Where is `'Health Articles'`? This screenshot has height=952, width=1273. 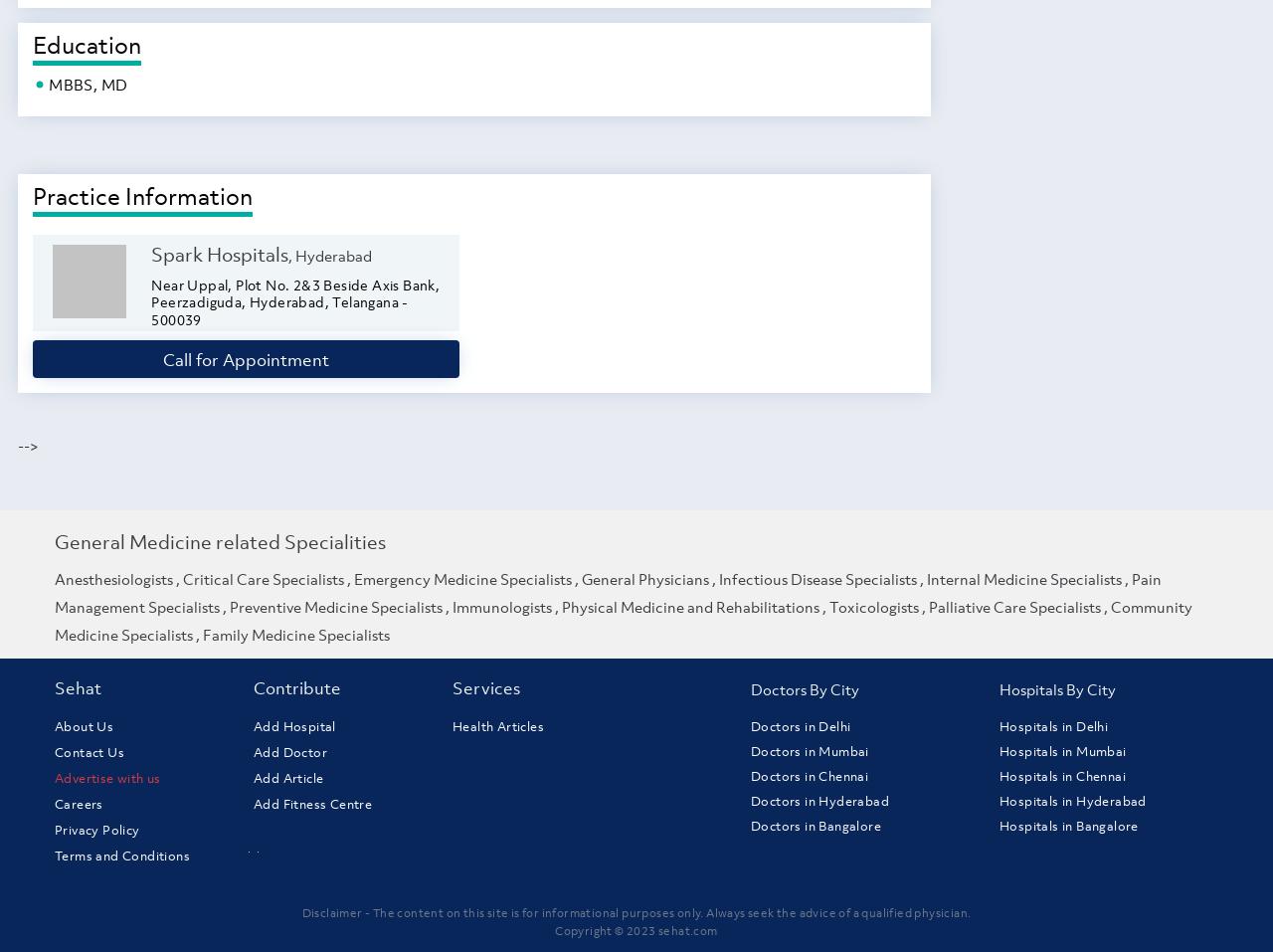 'Health Articles' is located at coordinates (497, 726).